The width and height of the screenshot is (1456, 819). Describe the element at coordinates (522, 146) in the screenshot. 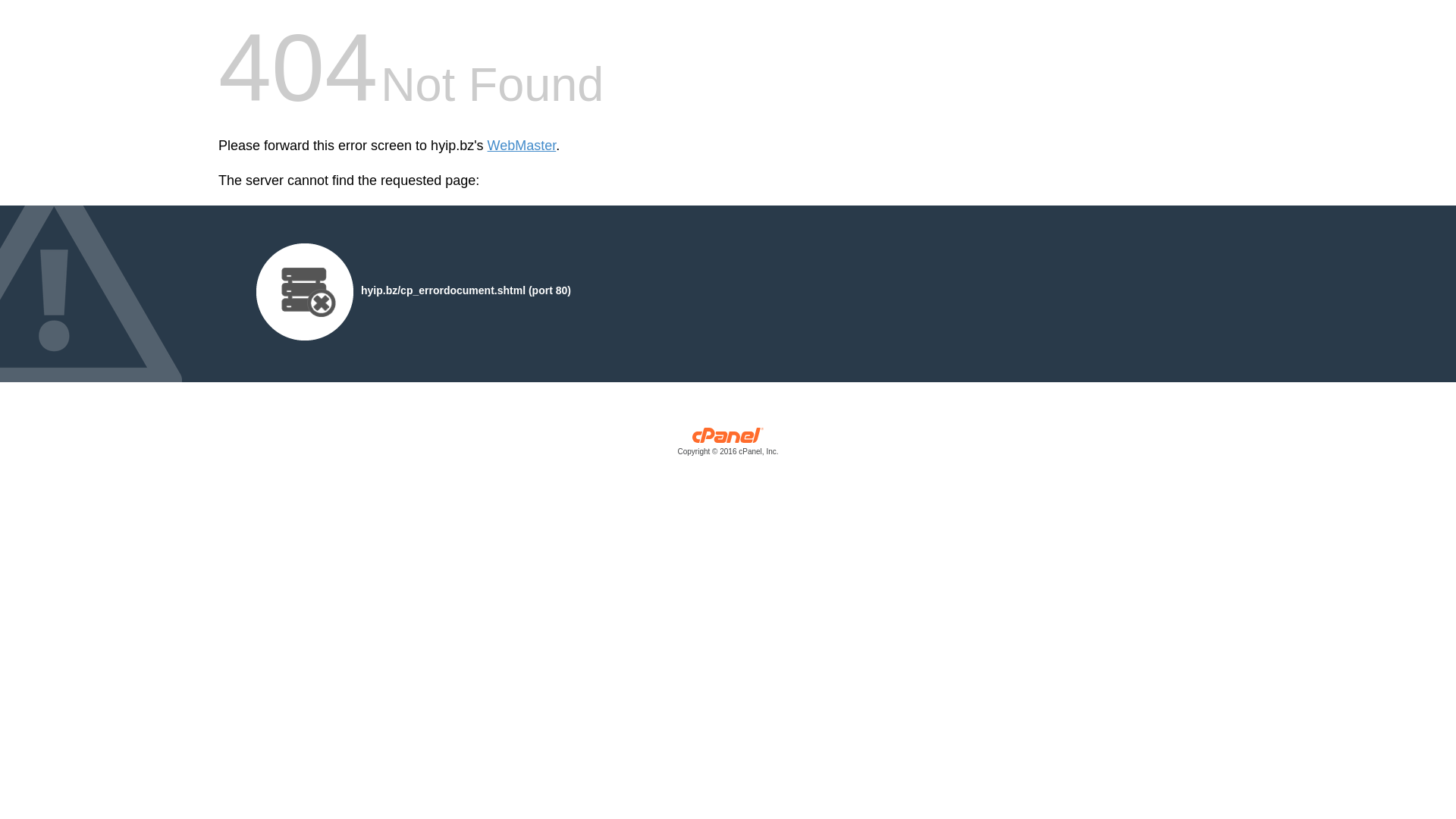

I see `'WebMaster'` at that location.